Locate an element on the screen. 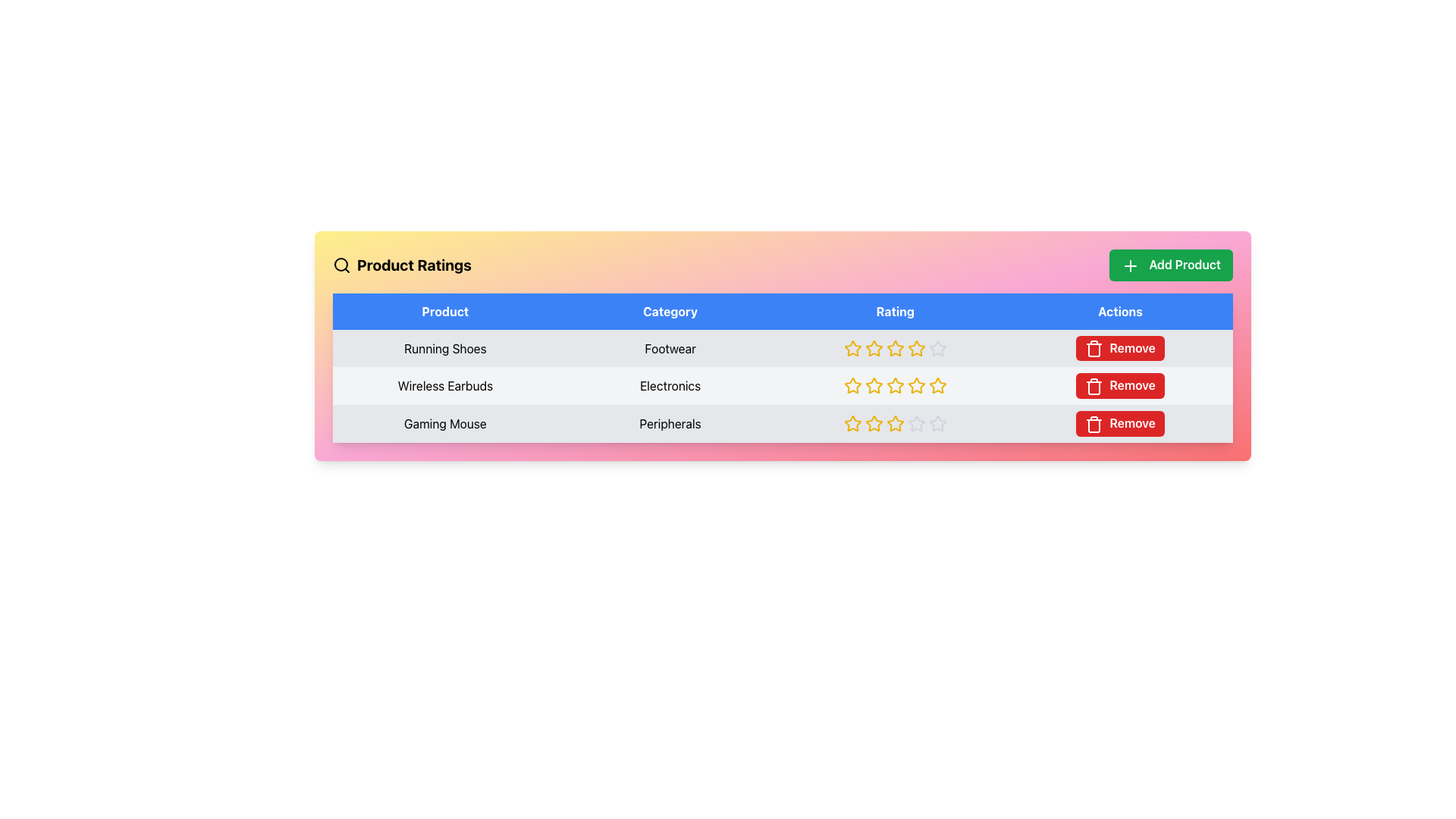 The height and width of the screenshot is (819, 1456). the third star in the rating scale for the 'Running Shoes' category is located at coordinates (915, 348).